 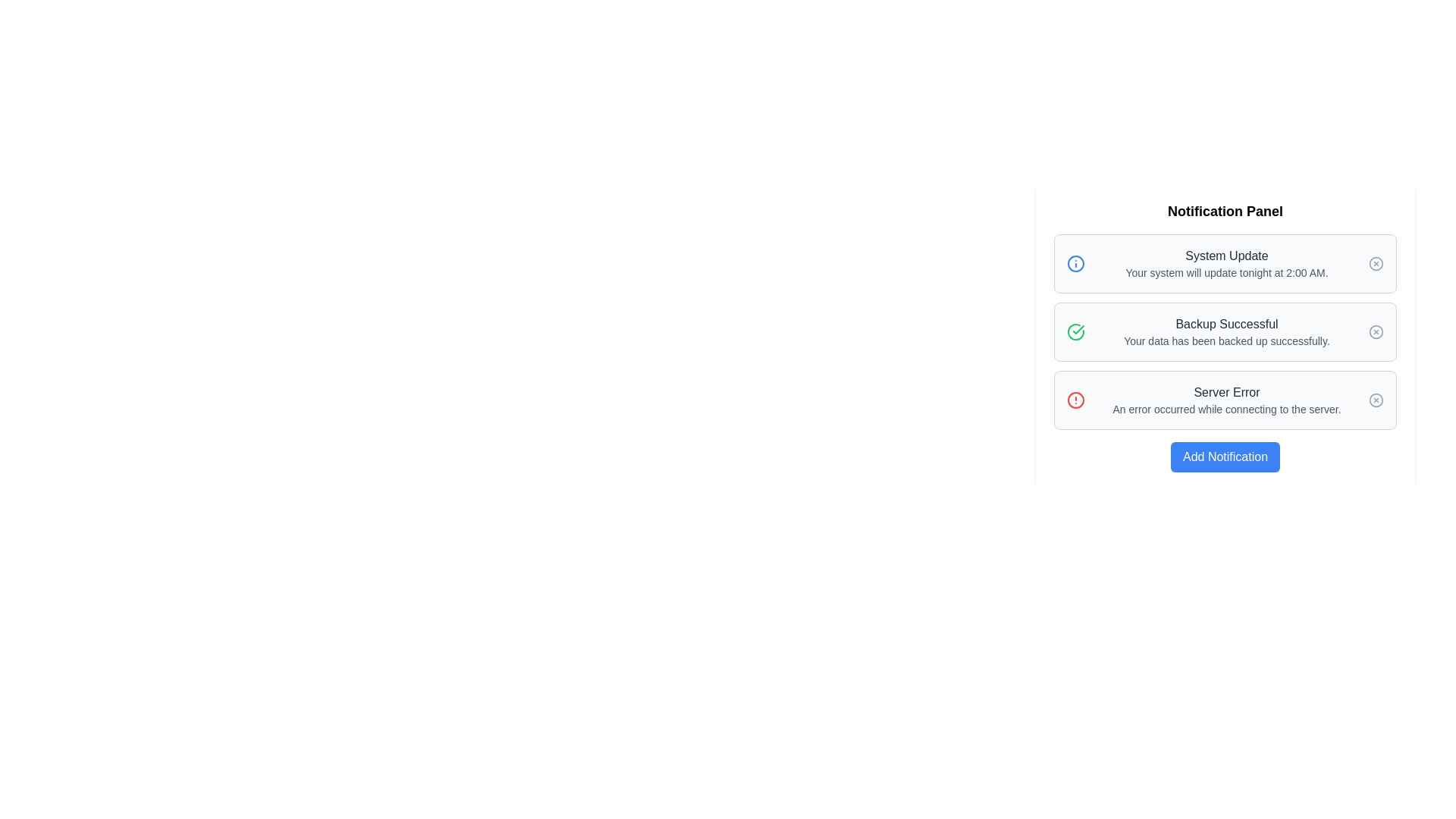 What do you see at coordinates (1075, 262) in the screenshot?
I see `the circular information icon with a blue border located at the top left corner of the 'System Update' box in the notification list` at bounding box center [1075, 262].